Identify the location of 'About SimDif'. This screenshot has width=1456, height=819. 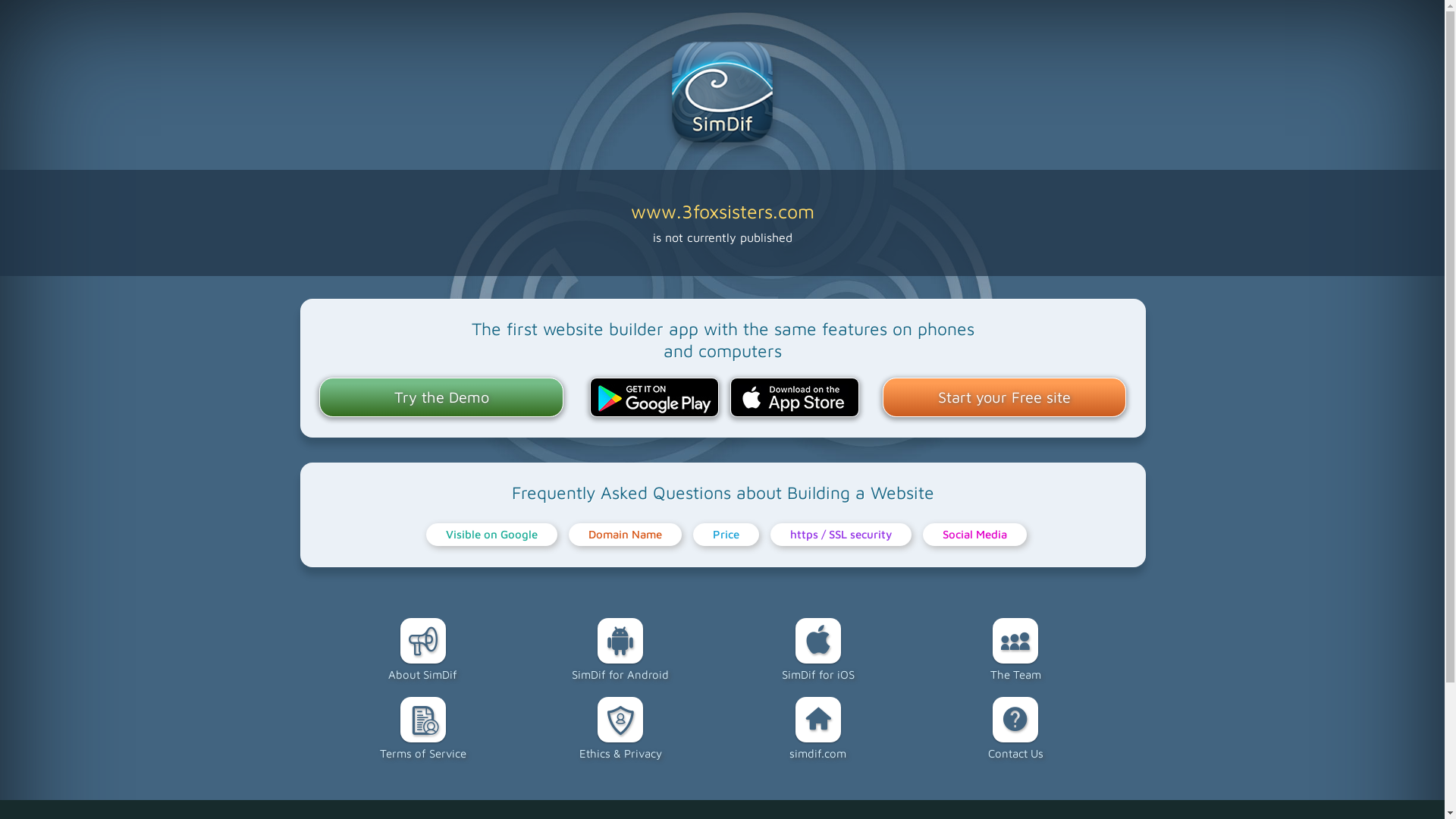
(422, 648).